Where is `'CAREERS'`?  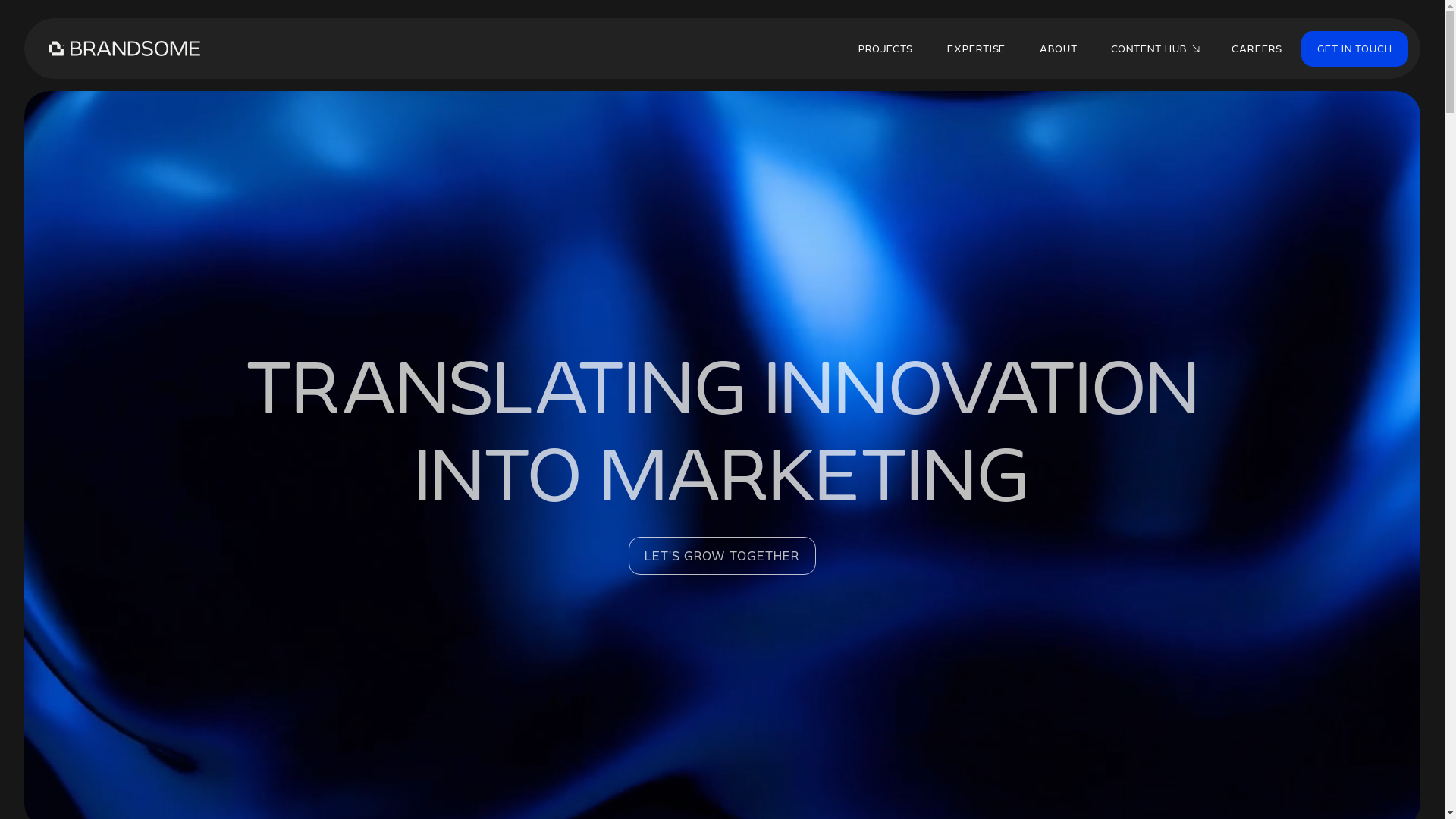 'CAREERS' is located at coordinates (1257, 48).